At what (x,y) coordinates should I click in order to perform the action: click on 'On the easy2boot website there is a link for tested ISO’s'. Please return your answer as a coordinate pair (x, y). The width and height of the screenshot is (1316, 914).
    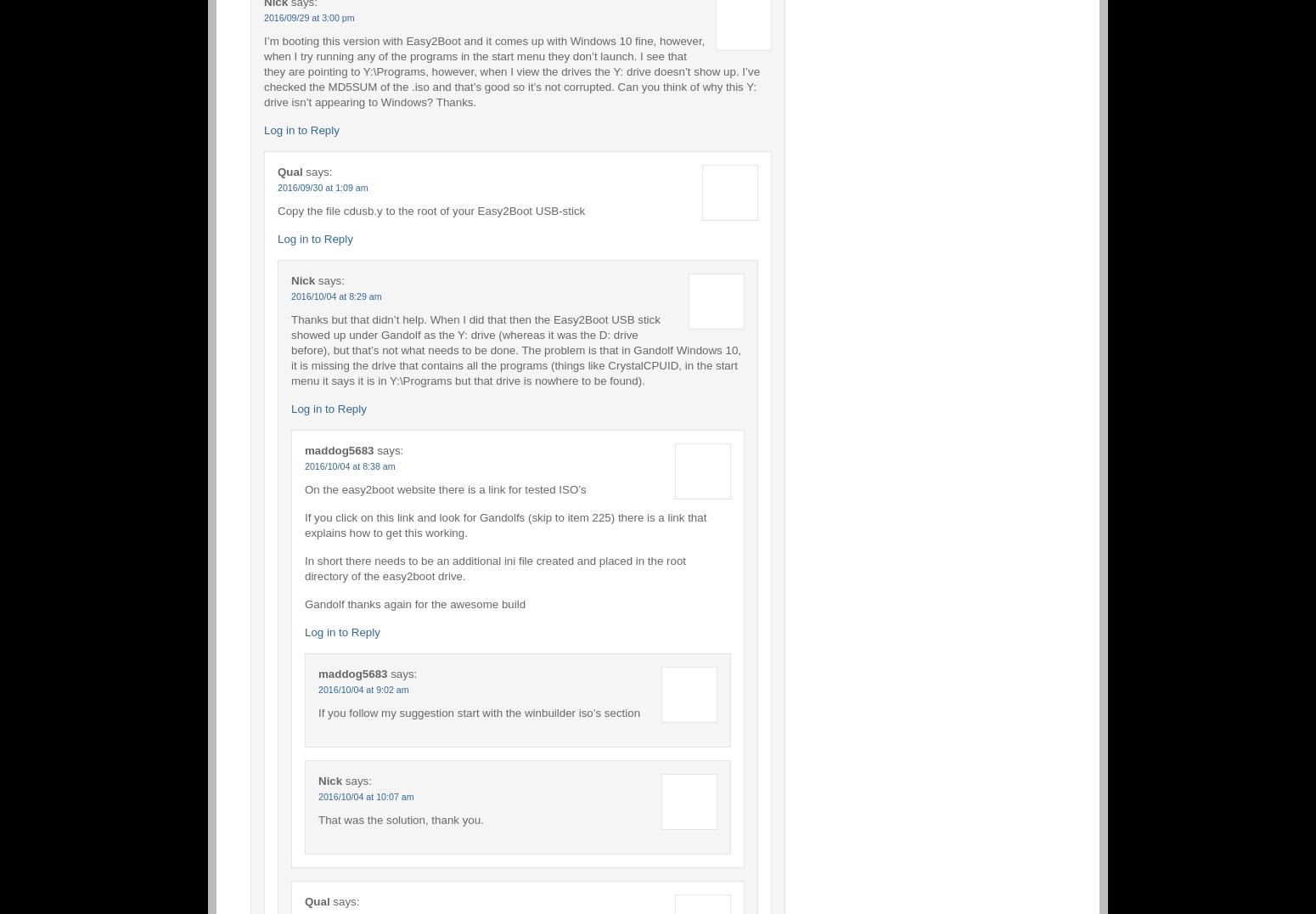
    Looking at the image, I should click on (444, 488).